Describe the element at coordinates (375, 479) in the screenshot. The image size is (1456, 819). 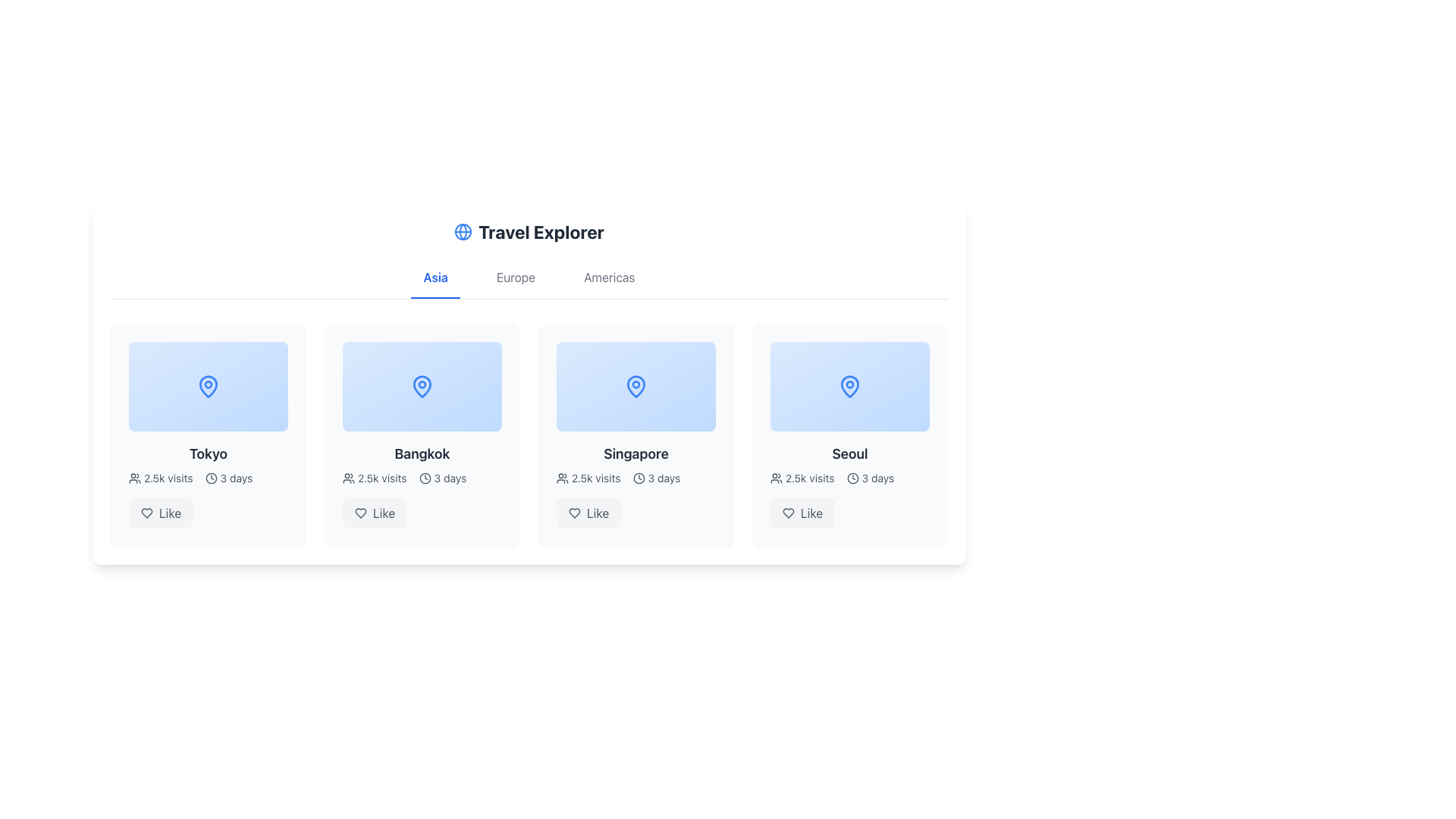
I see `the static informational label indicating the visitation metric for the item related to 'Bangkok', which is located in the second card below the main title and above the time information` at that location.